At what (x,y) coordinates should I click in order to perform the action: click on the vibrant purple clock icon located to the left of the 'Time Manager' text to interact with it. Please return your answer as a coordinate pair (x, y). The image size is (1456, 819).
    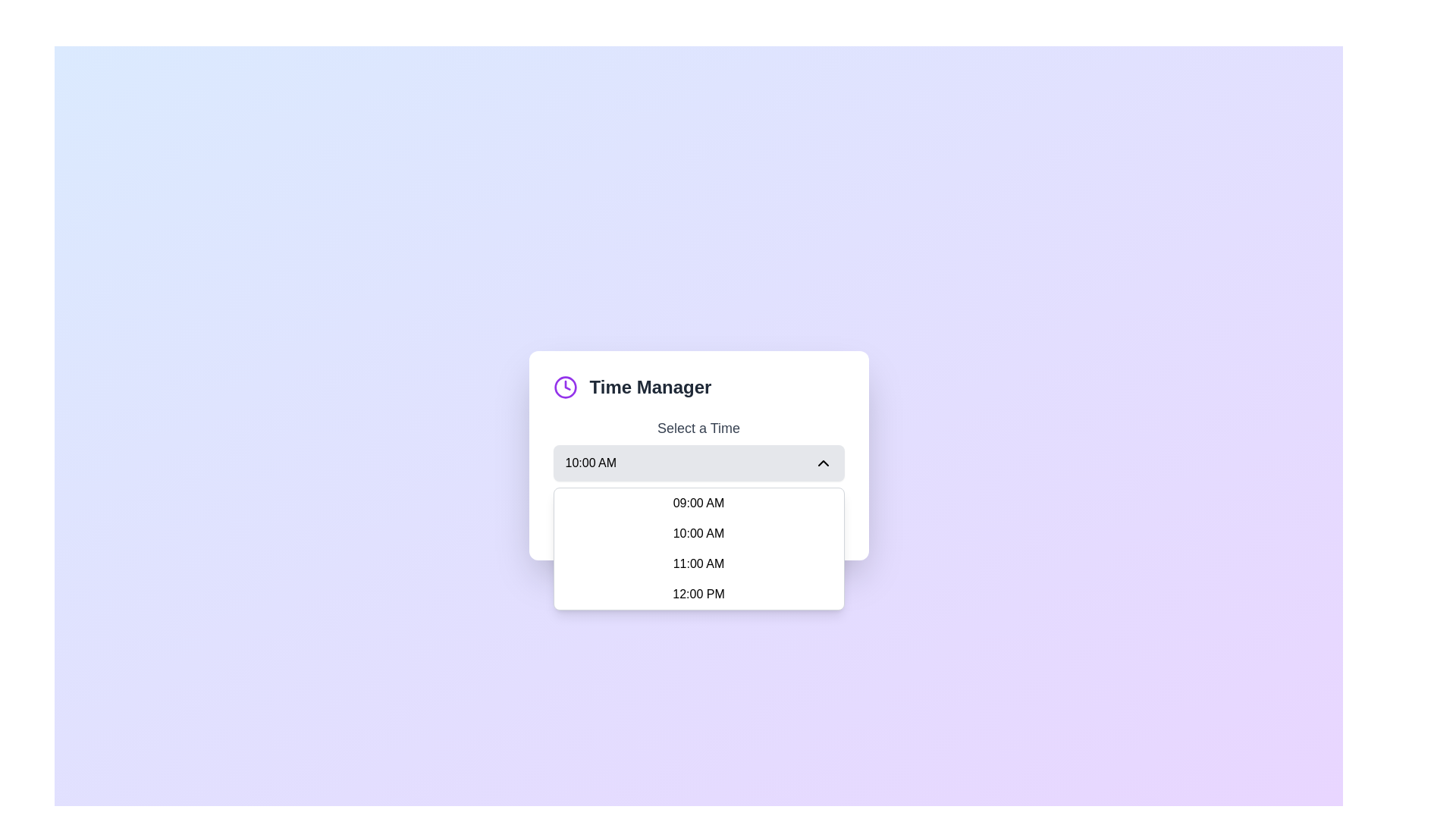
    Looking at the image, I should click on (564, 386).